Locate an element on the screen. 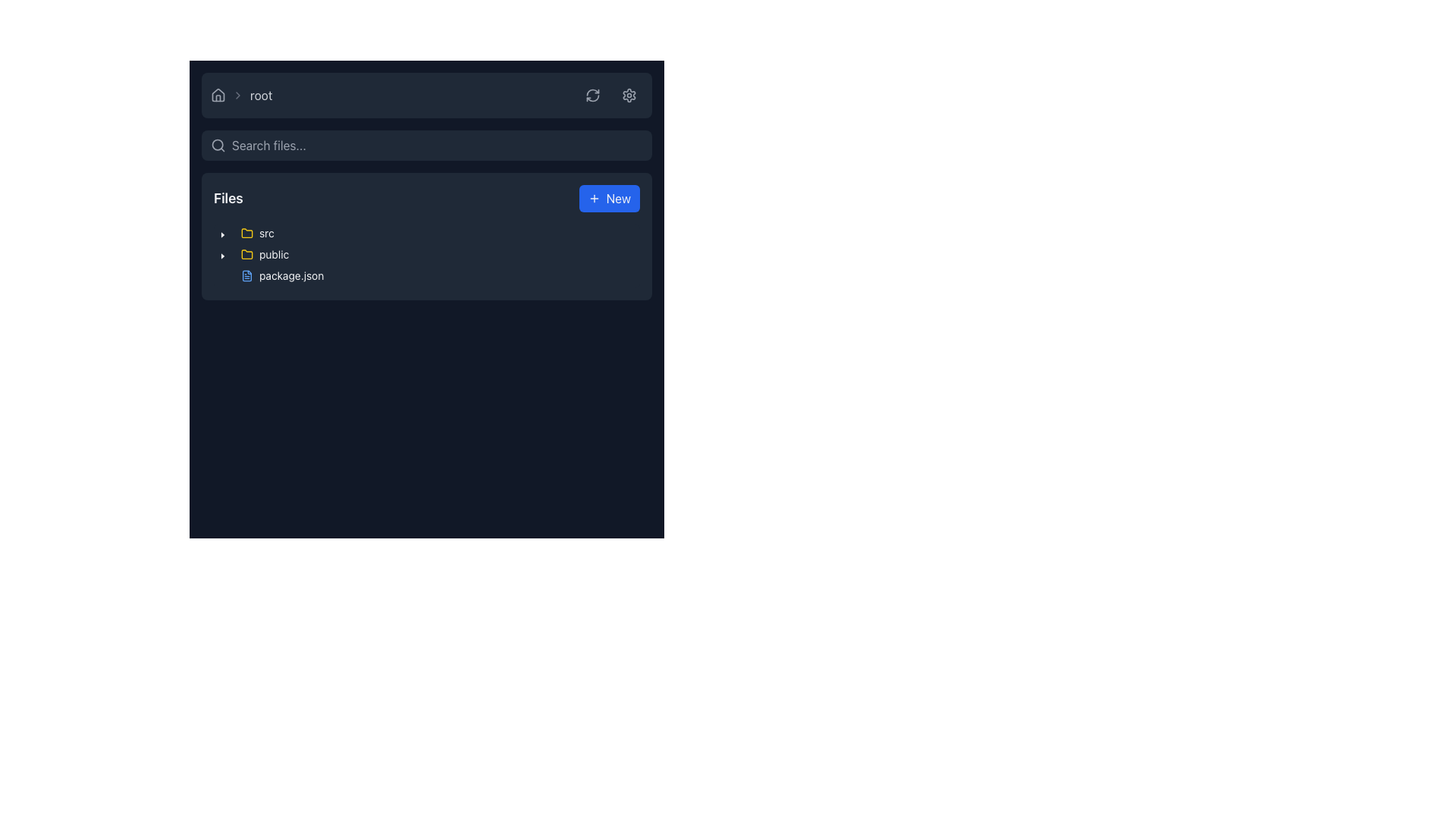 The image size is (1456, 819). the refresh button located in the top-right section of the interface is located at coordinates (592, 96).